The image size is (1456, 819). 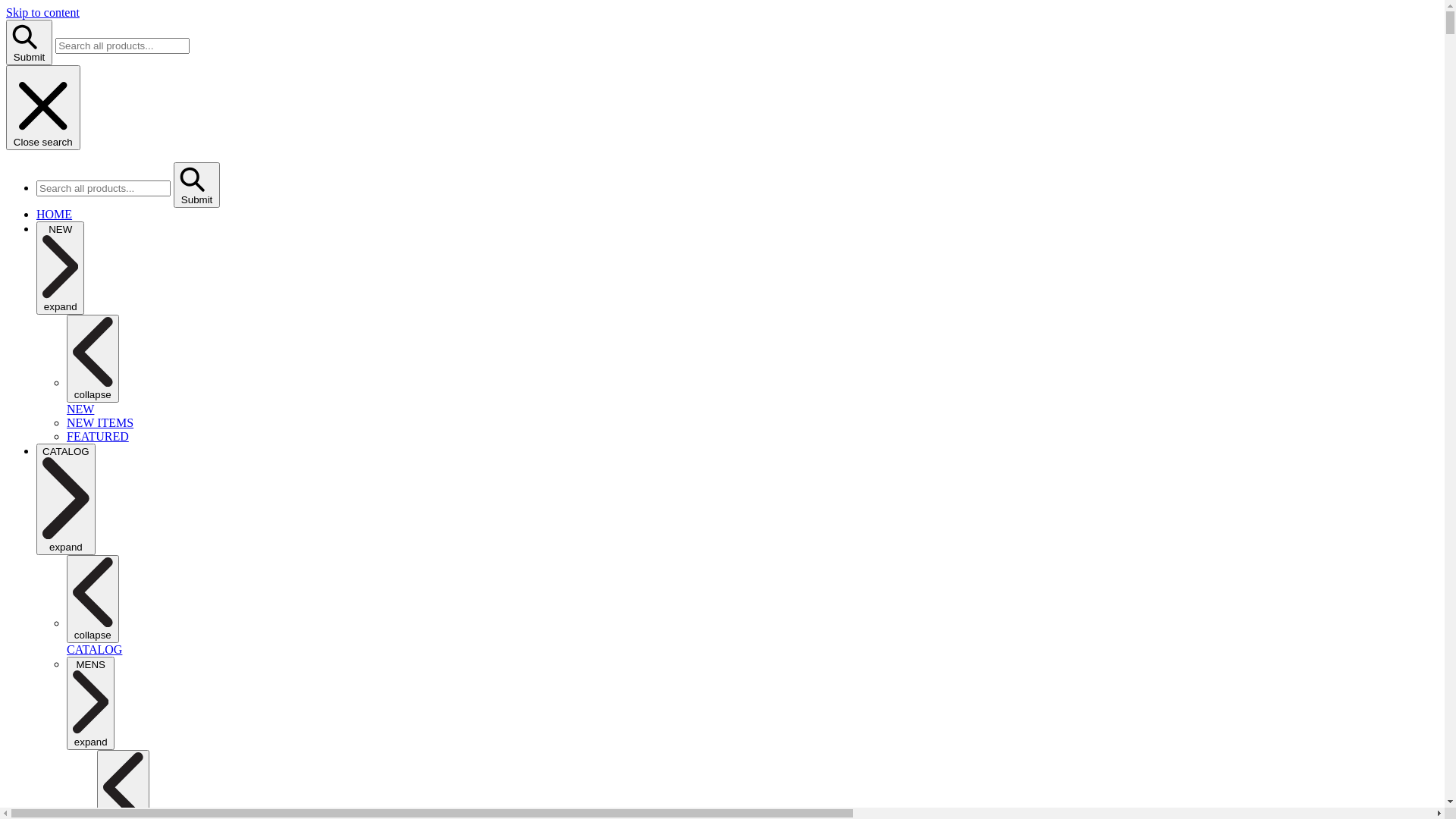 What do you see at coordinates (93, 648) in the screenshot?
I see `'CATALOG'` at bounding box center [93, 648].